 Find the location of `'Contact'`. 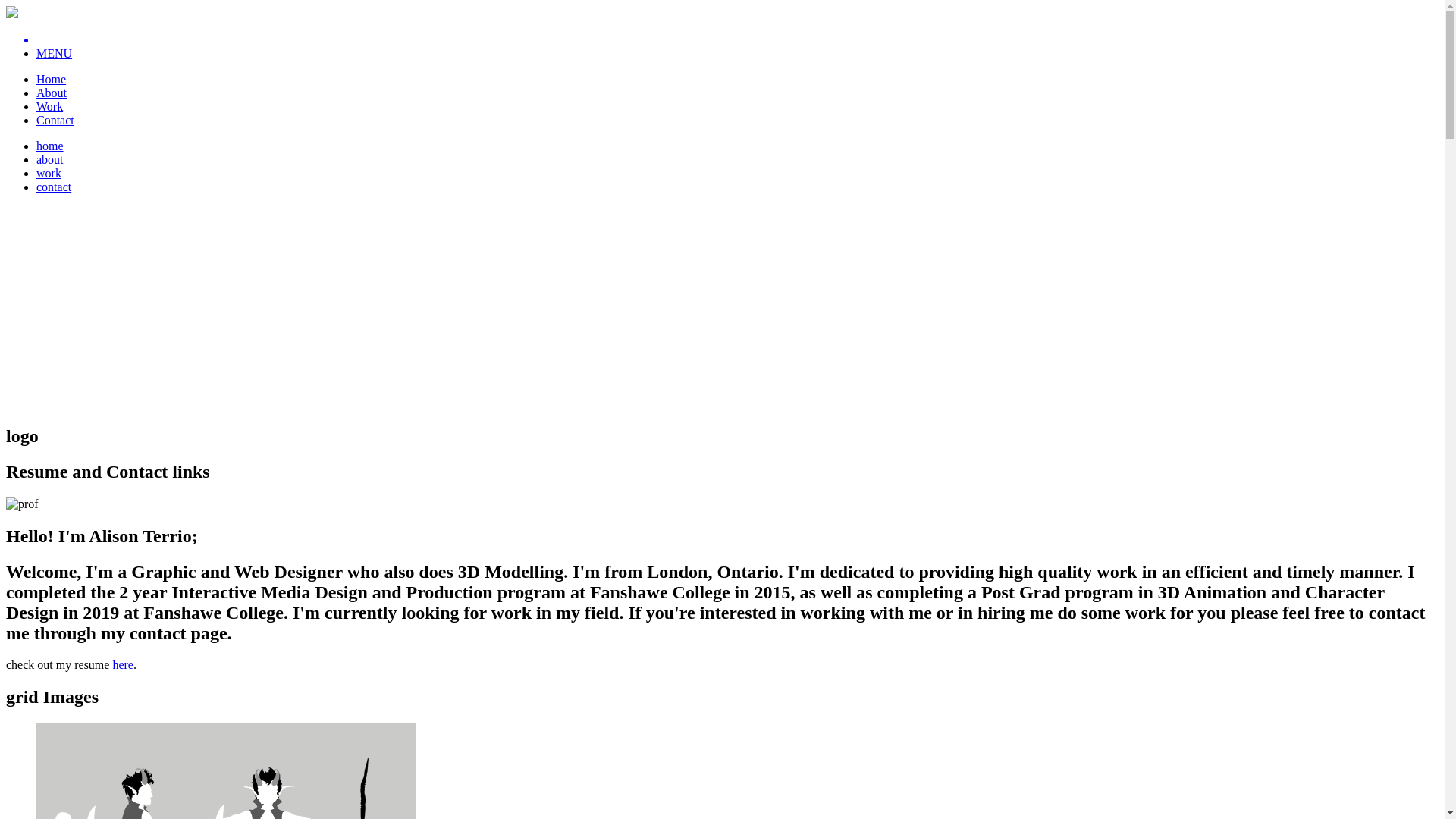

'Contact' is located at coordinates (55, 119).